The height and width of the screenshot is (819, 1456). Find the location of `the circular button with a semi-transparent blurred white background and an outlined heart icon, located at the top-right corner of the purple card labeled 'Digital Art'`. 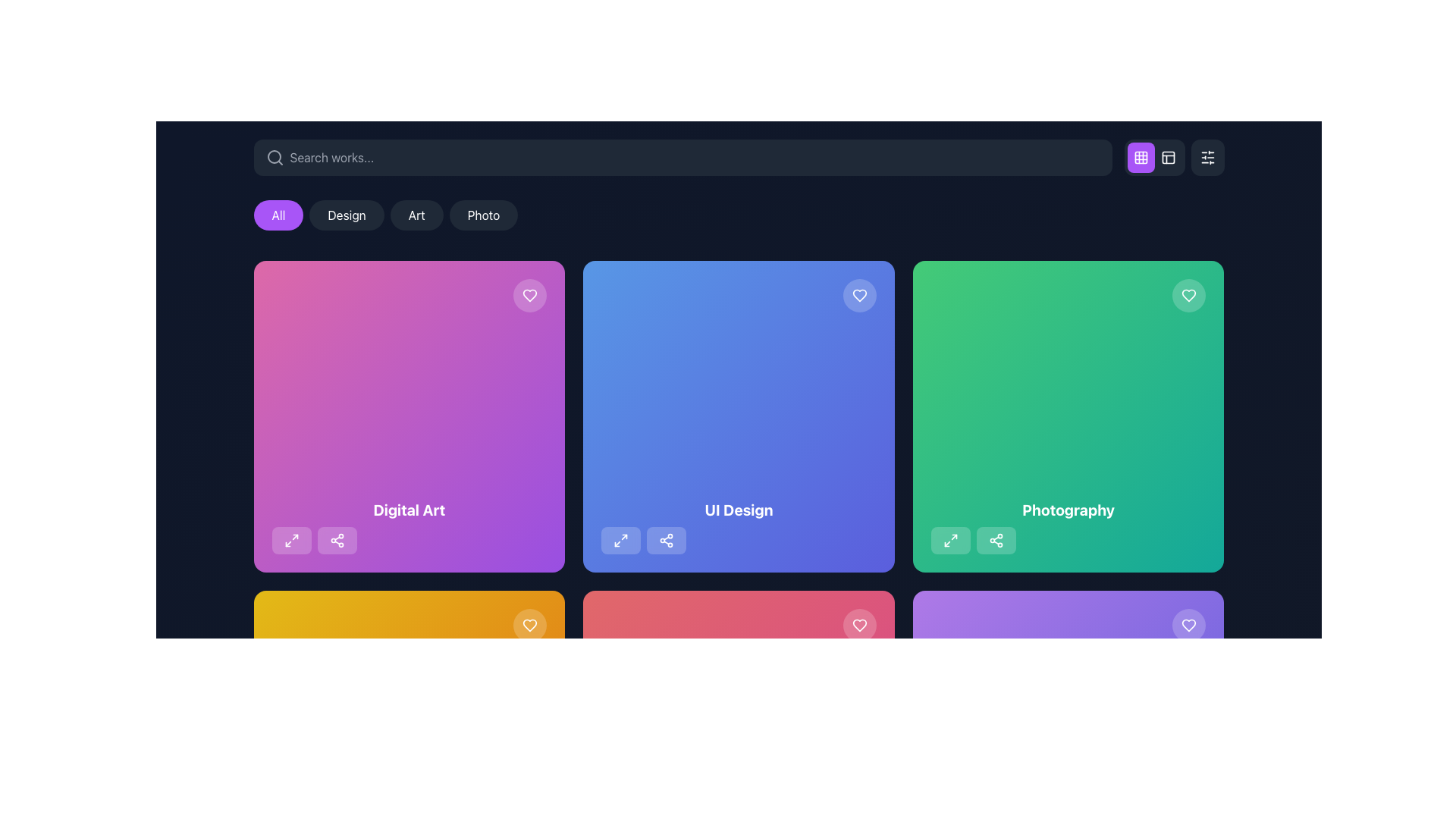

the circular button with a semi-transparent blurred white background and an outlined heart icon, located at the top-right corner of the purple card labeled 'Digital Art' is located at coordinates (530, 295).